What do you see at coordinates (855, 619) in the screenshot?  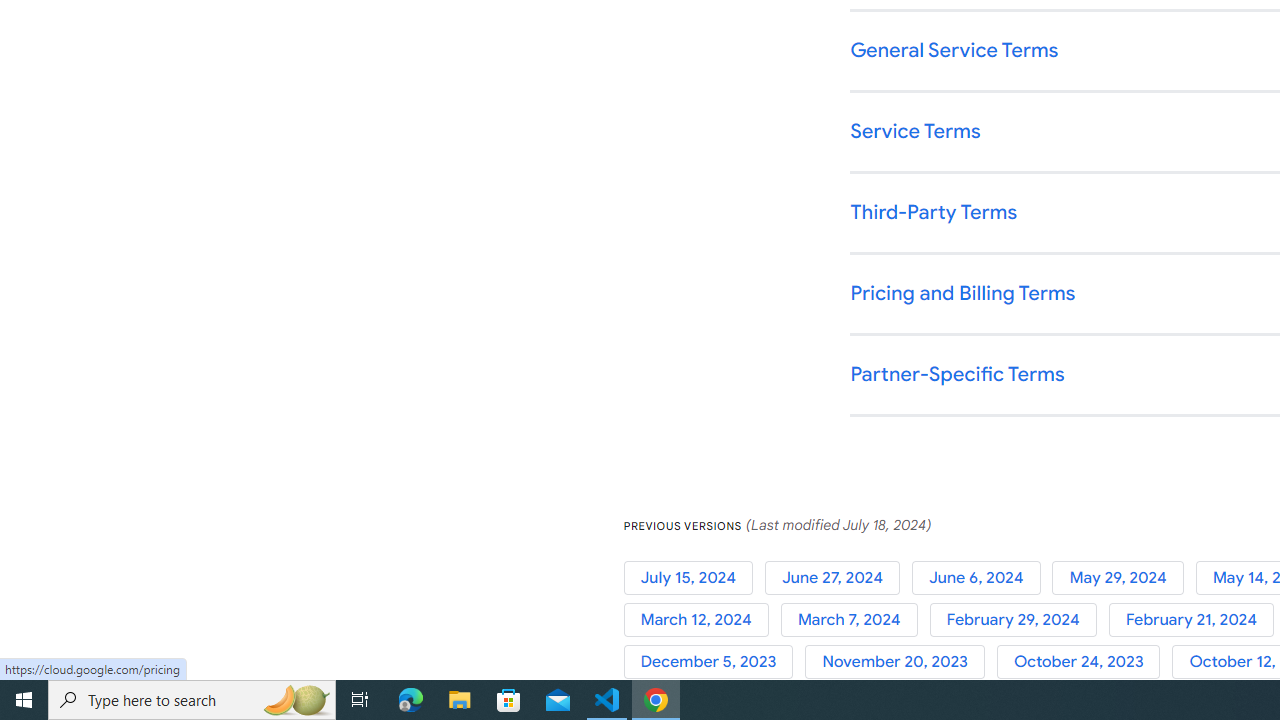 I see `'March 7, 2024'` at bounding box center [855, 619].